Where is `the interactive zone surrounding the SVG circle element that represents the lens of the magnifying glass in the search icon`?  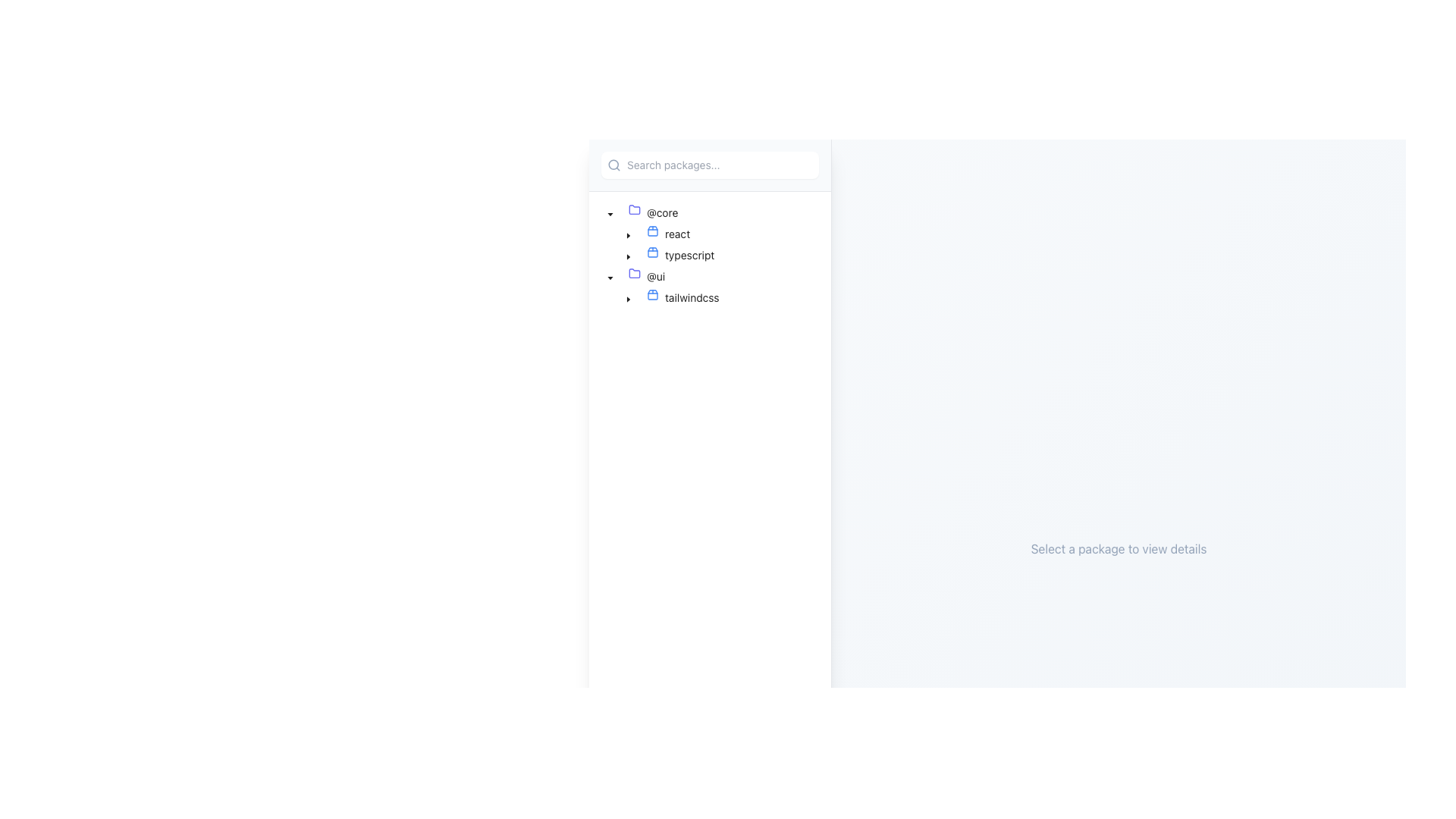
the interactive zone surrounding the SVG circle element that represents the lens of the magnifying glass in the search icon is located at coordinates (613, 165).